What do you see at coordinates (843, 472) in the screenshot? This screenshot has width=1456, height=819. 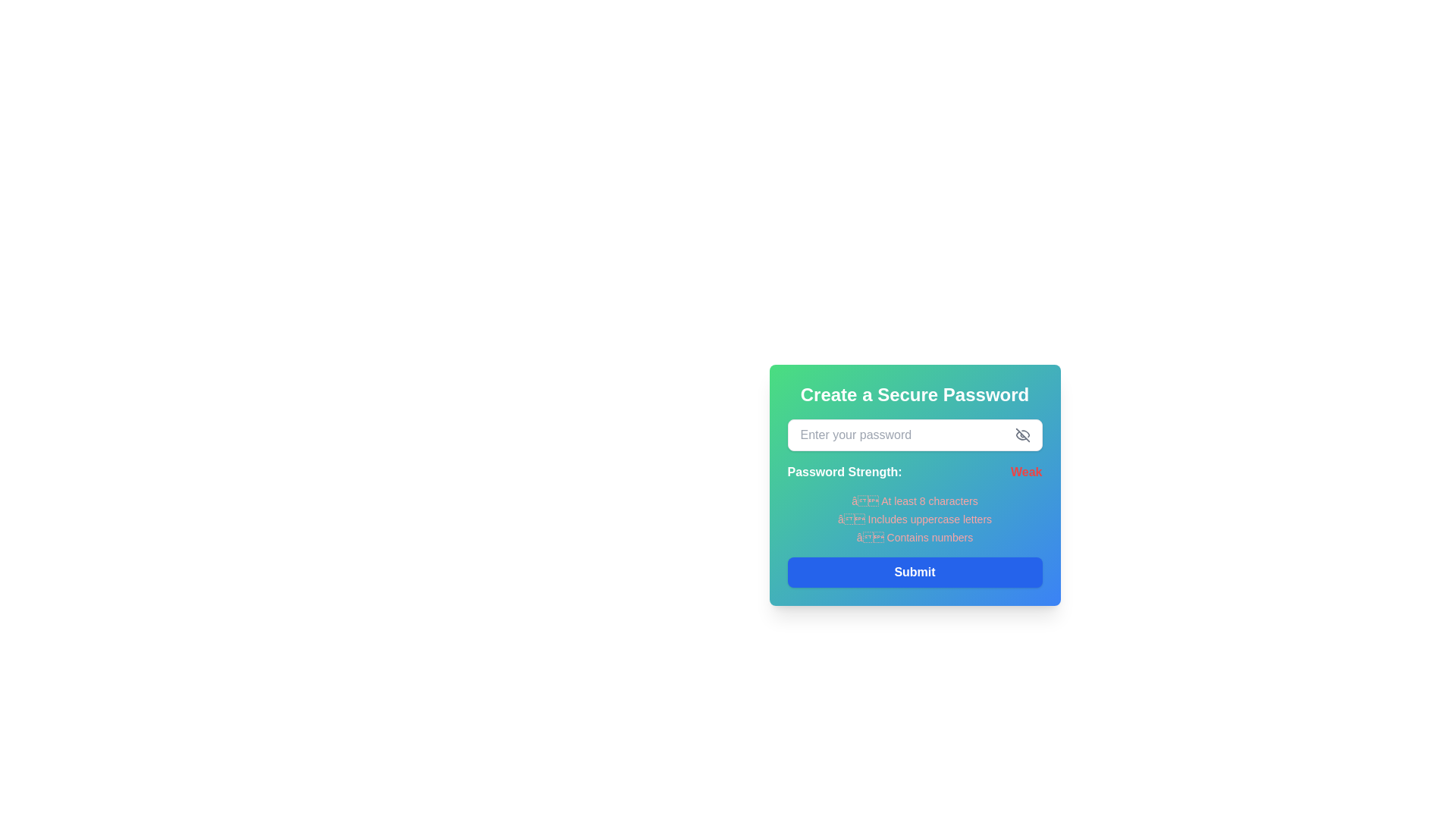 I see `the text label displaying 'Password Strength:' which is styled with a white bold font against a gradient background, located prominently in the password creation interface` at bounding box center [843, 472].